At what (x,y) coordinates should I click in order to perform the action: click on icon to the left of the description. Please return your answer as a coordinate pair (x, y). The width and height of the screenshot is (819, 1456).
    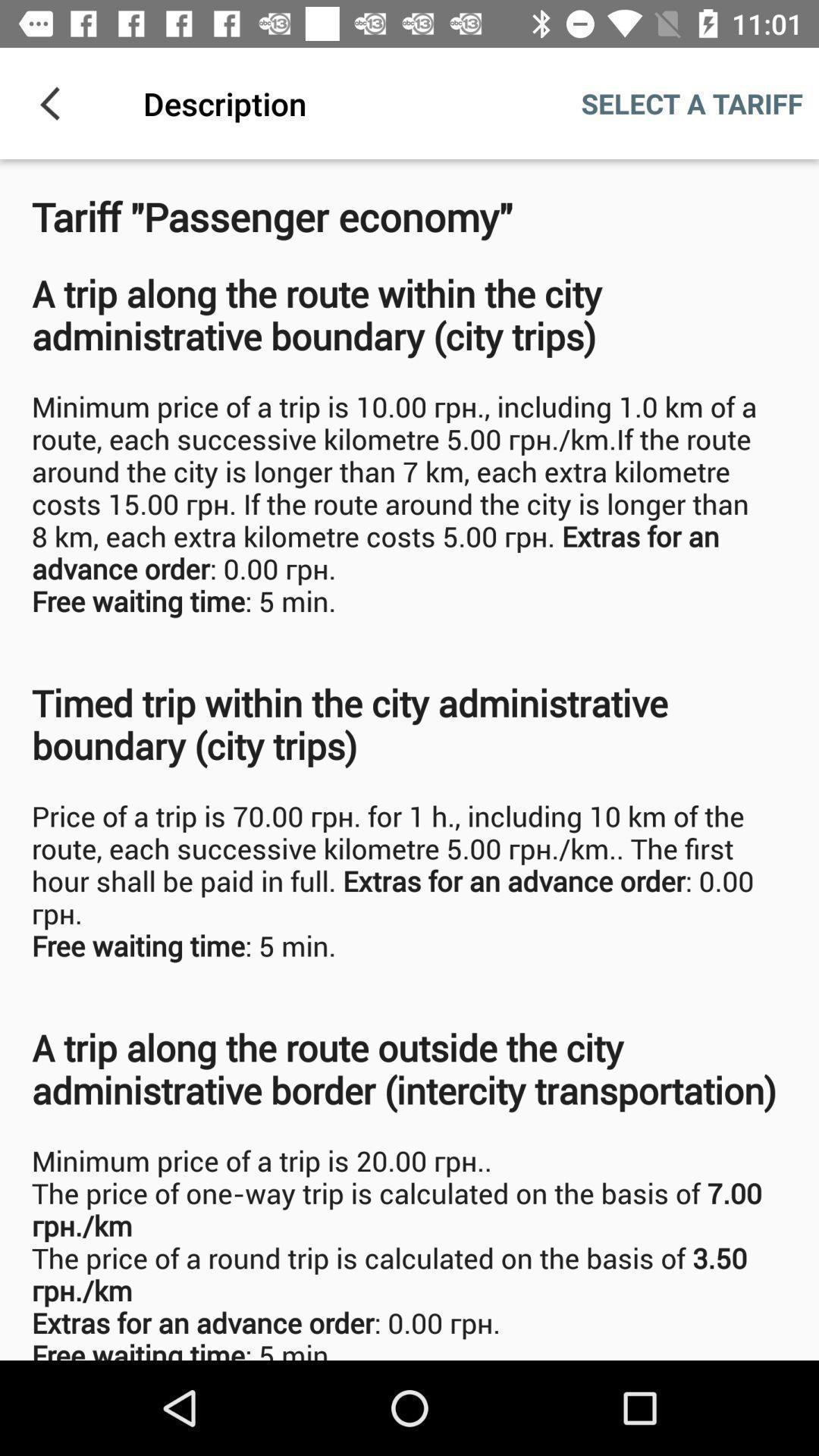
    Looking at the image, I should click on (55, 102).